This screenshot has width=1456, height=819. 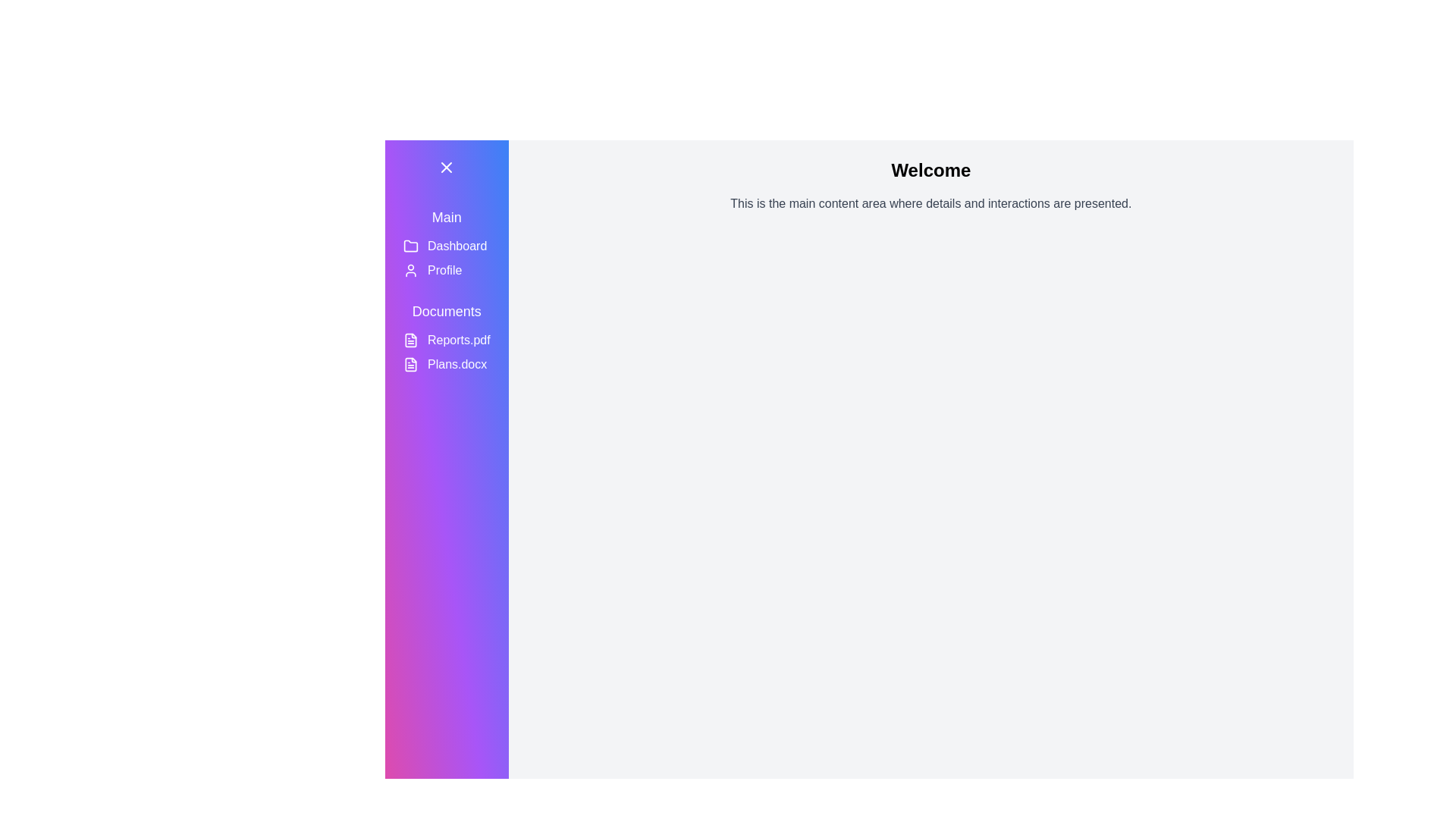 What do you see at coordinates (446, 311) in the screenshot?
I see `the Text Label which serves as a header for the document section, located in the vertical navigation bar to the left, above 'Reports.pdf' and below 'Profile'` at bounding box center [446, 311].